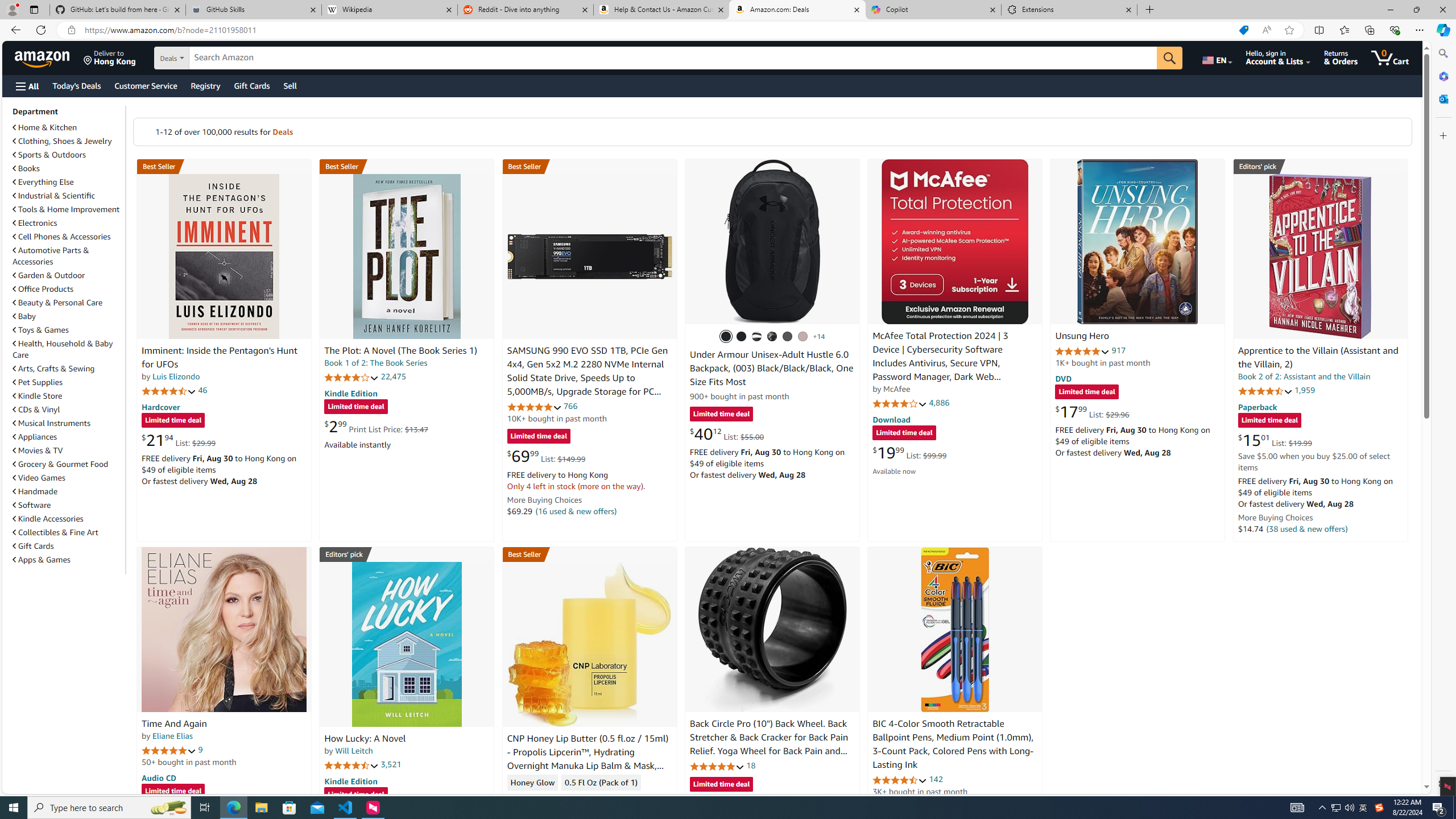  I want to click on '(001) Black / Black / Metallic Gold', so click(742, 336).